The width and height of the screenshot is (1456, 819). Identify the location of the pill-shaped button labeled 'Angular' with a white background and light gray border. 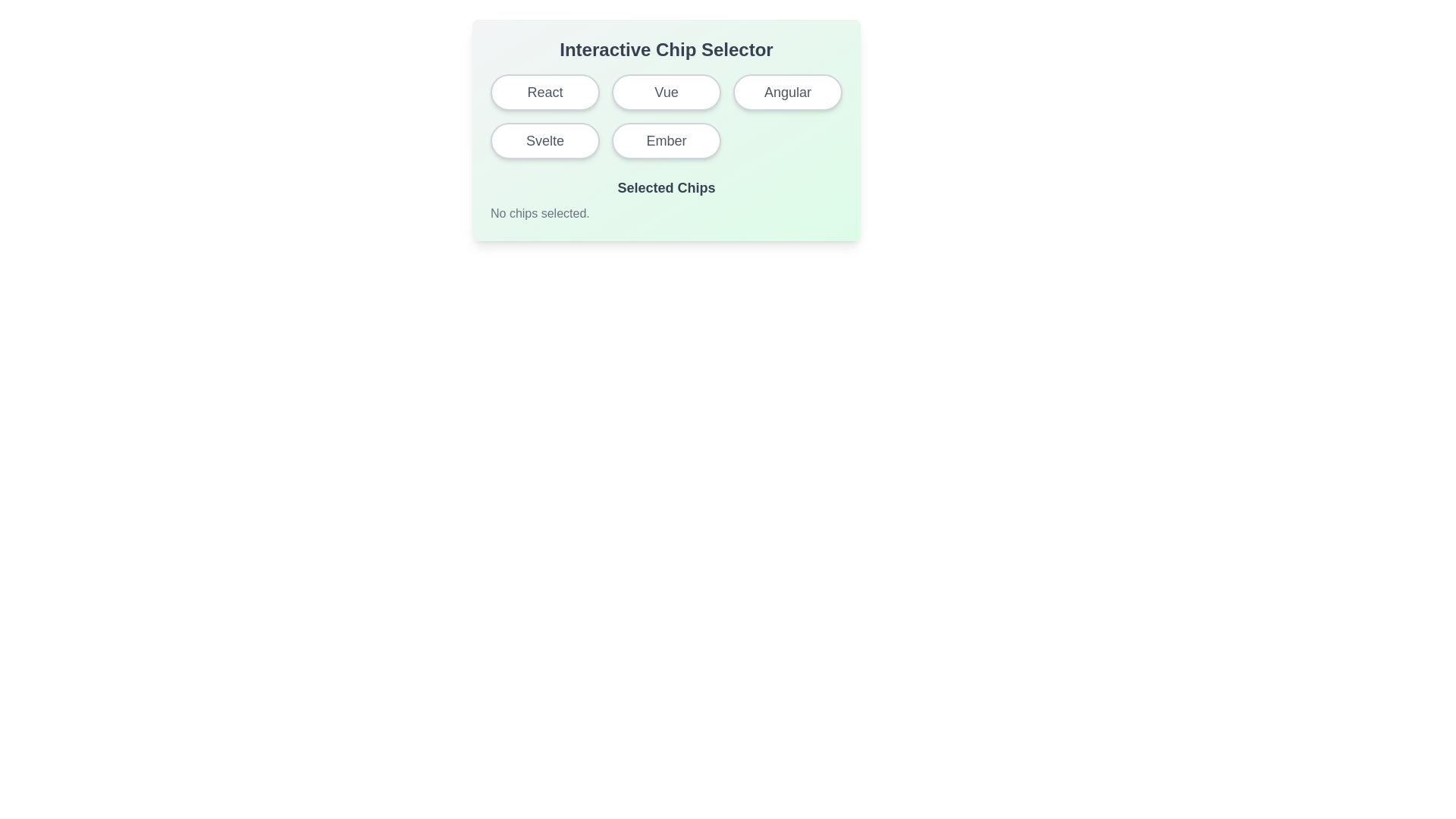
(787, 93).